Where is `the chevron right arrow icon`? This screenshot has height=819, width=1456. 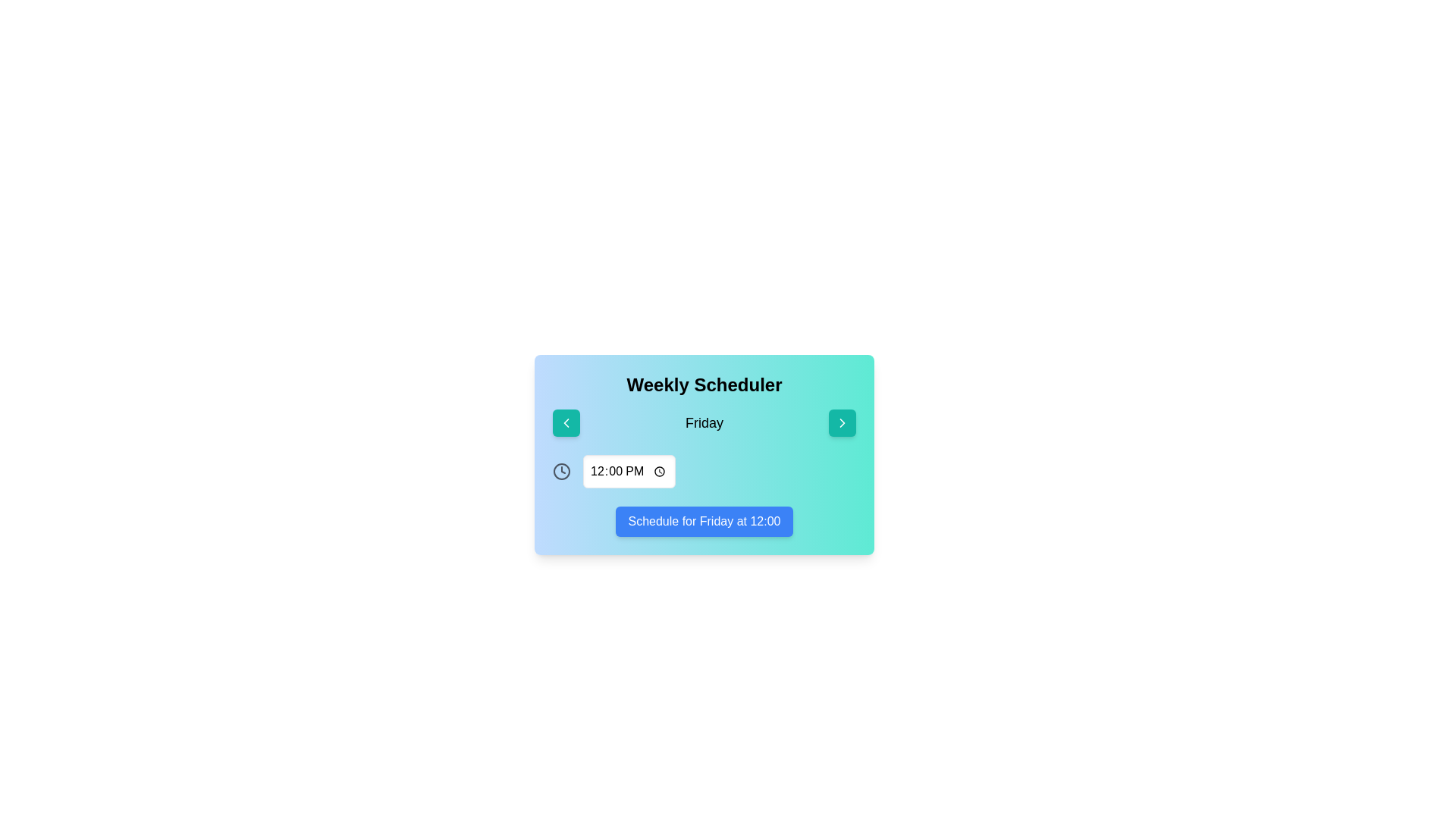
the chevron right arrow icon is located at coordinates (841, 423).